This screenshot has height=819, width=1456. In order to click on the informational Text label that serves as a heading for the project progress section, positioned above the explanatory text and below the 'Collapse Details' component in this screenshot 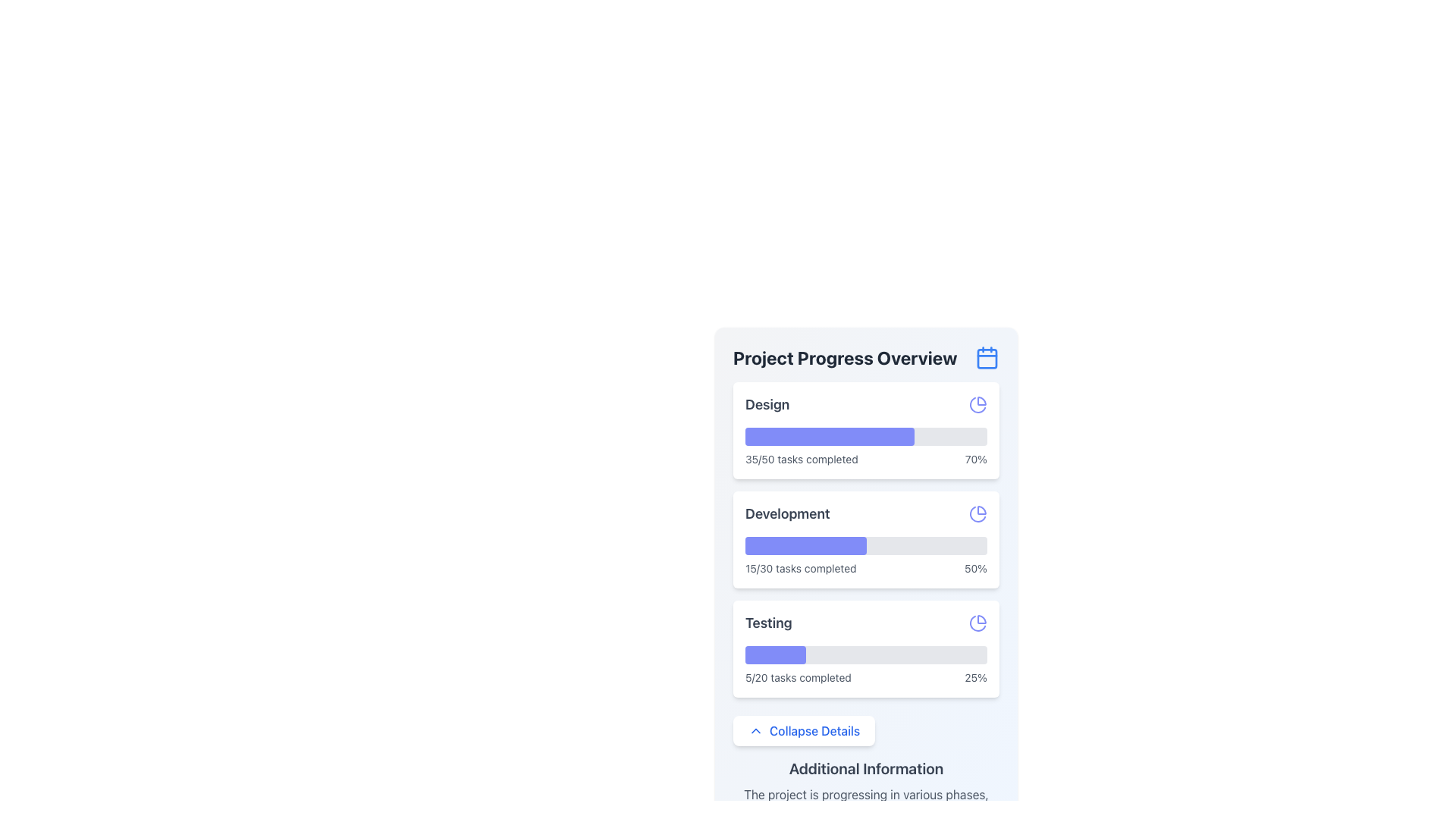, I will do `click(866, 769)`.